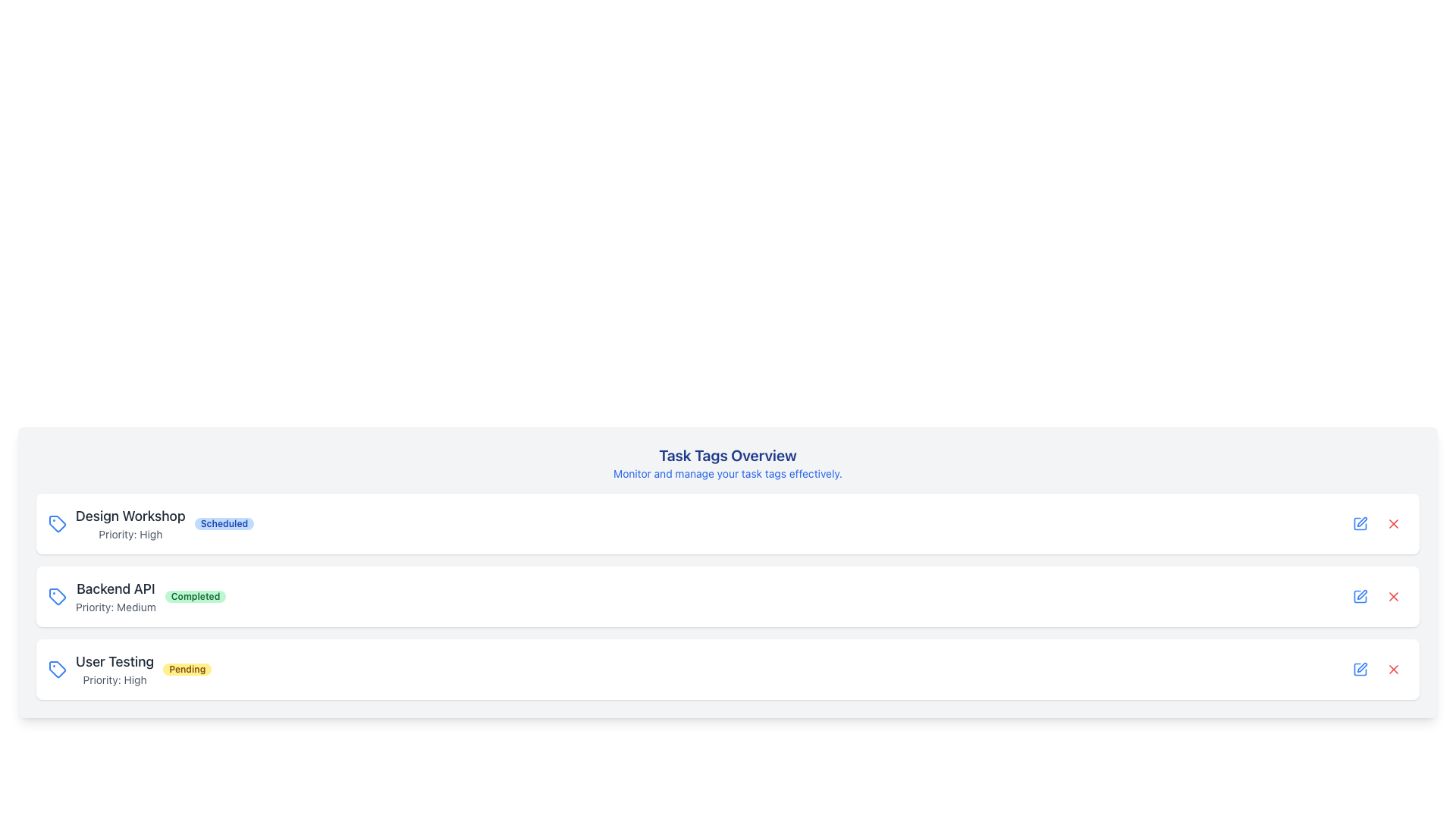 The height and width of the screenshot is (819, 1456). What do you see at coordinates (1394, 595) in the screenshot?
I see `the delete button located immediately to the right of the blue edit icon in the rightmost section of the row` at bounding box center [1394, 595].